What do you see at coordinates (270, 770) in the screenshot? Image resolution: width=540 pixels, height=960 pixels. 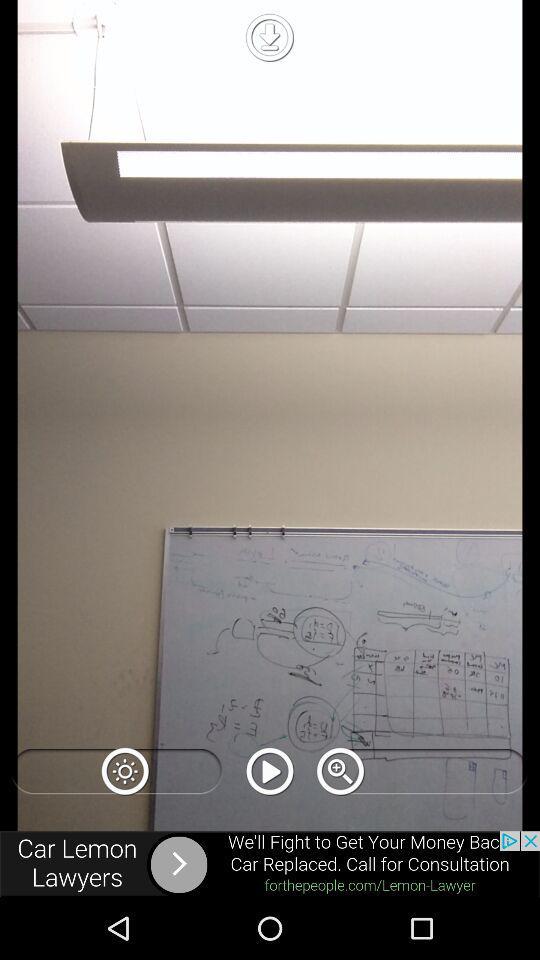 I see `button` at bounding box center [270, 770].